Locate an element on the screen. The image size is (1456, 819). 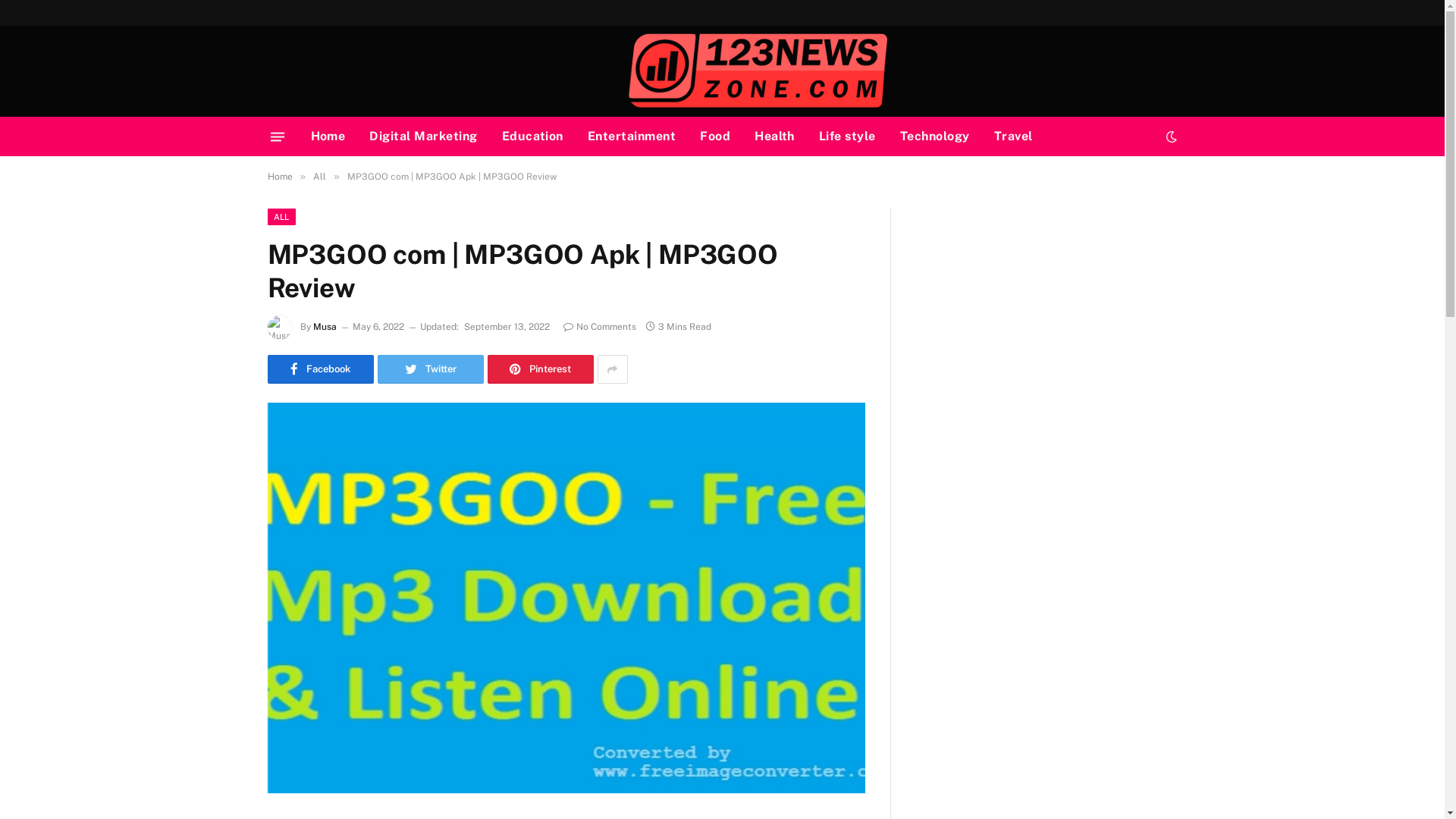
'All' is located at coordinates (312, 175).